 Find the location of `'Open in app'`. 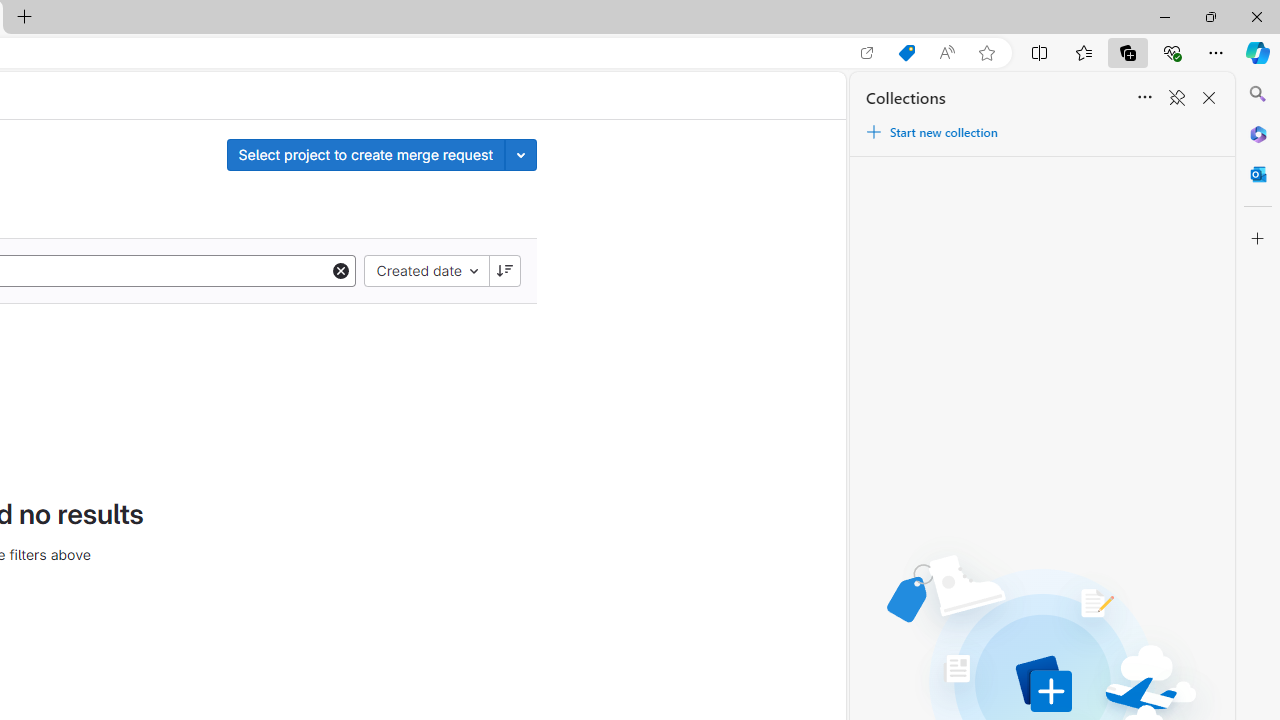

'Open in app' is located at coordinates (867, 52).